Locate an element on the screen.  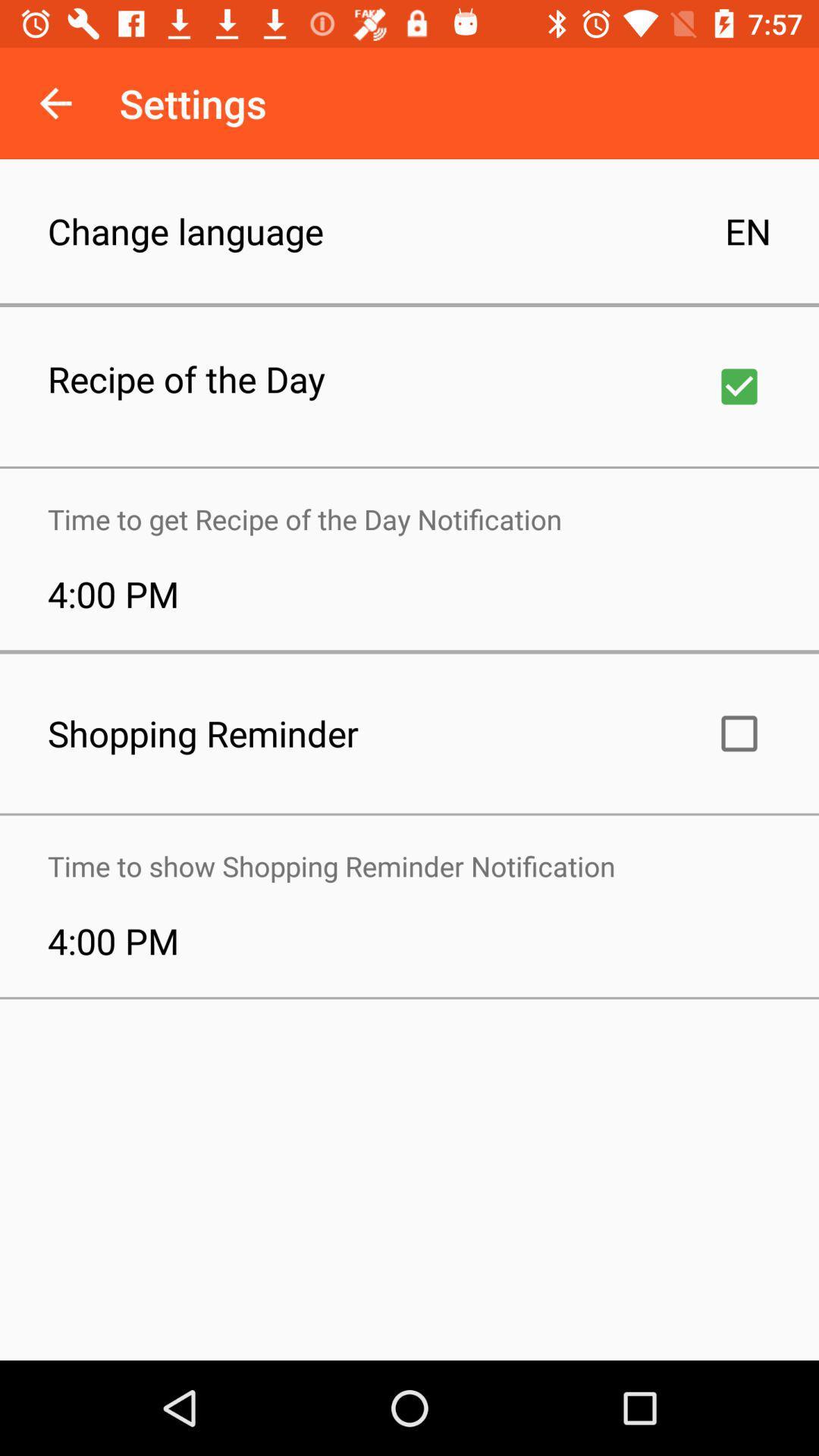
set the reminder is located at coordinates (739, 733).